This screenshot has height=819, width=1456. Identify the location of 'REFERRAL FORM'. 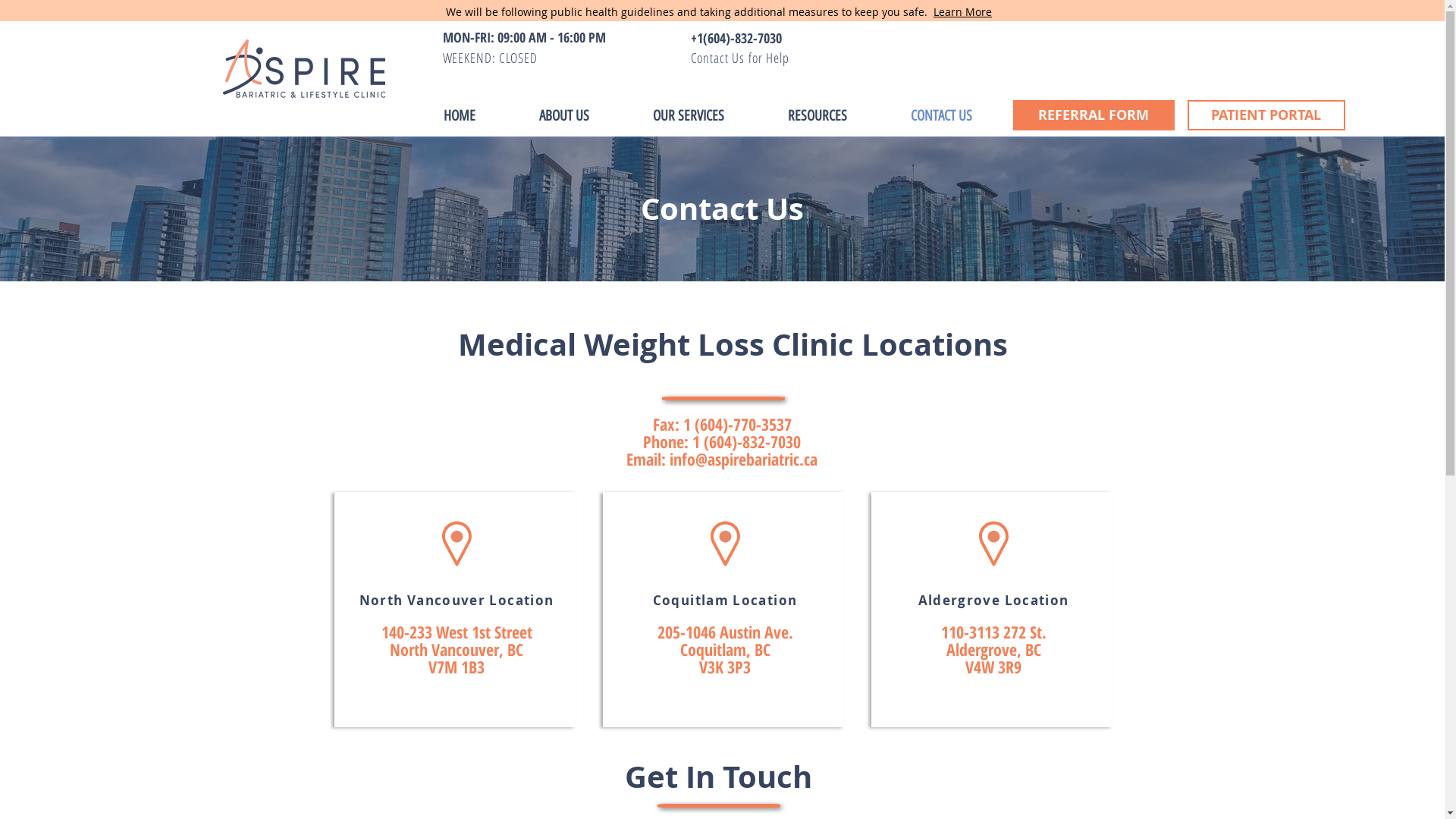
(1094, 114).